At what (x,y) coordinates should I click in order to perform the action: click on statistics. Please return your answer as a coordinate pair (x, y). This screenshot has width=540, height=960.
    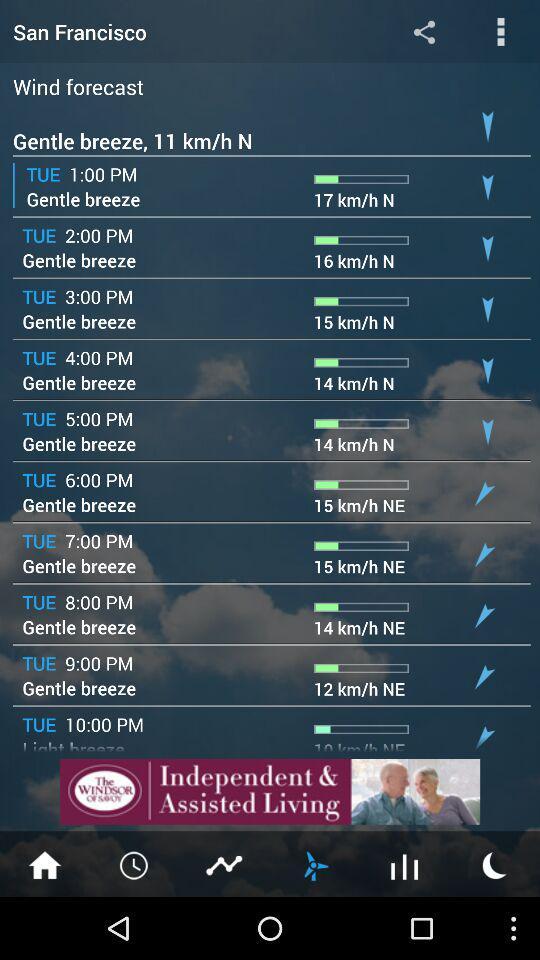
    Looking at the image, I should click on (224, 863).